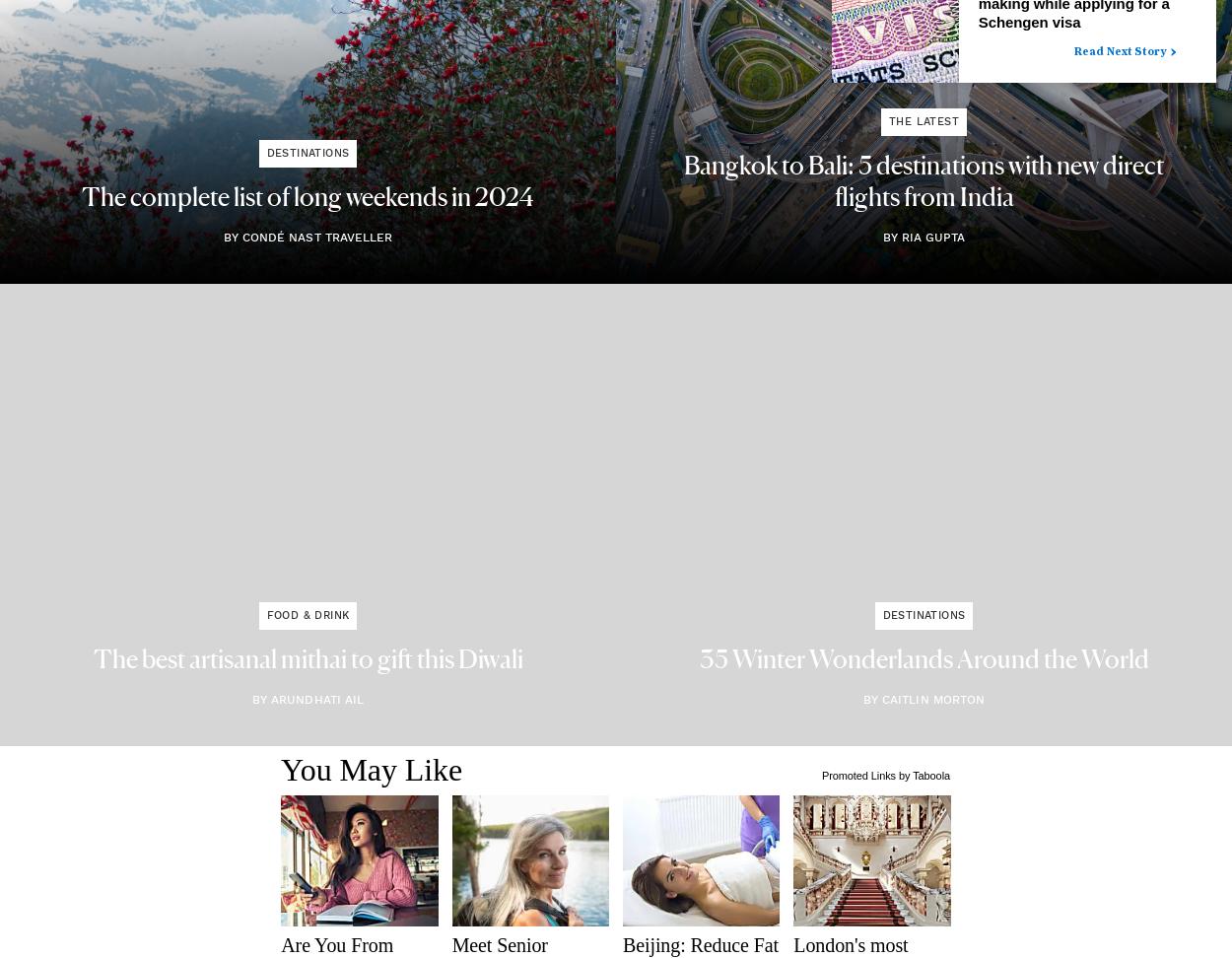  I want to click on 'You May Like', so click(372, 770).